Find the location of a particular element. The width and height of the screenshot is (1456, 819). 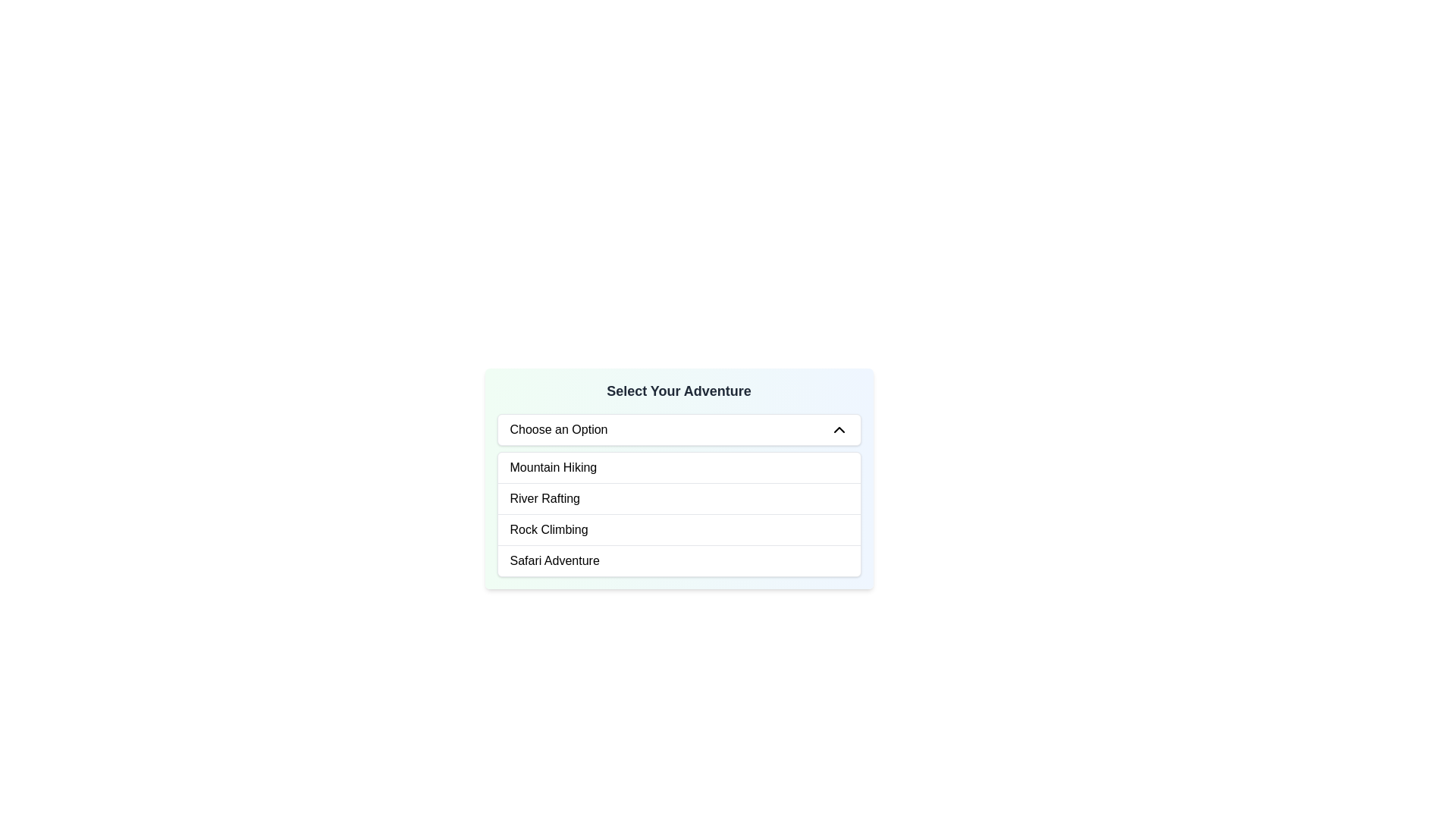

the first selectable option 'Mountain Hiking' in the dropdown list titled 'Choose an Option' is located at coordinates (678, 479).